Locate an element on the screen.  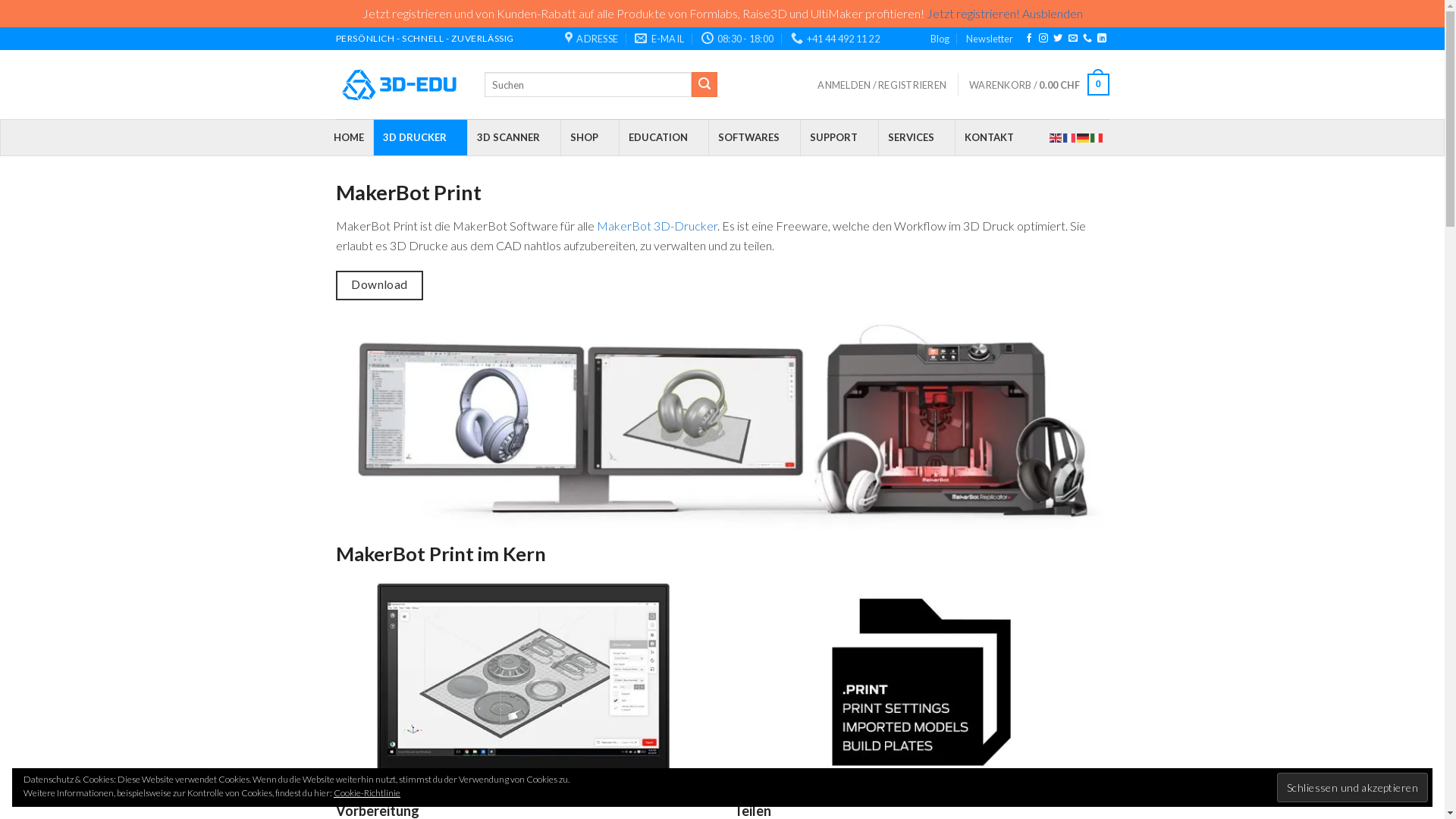
'SOFTWARES' is located at coordinates (754, 137).